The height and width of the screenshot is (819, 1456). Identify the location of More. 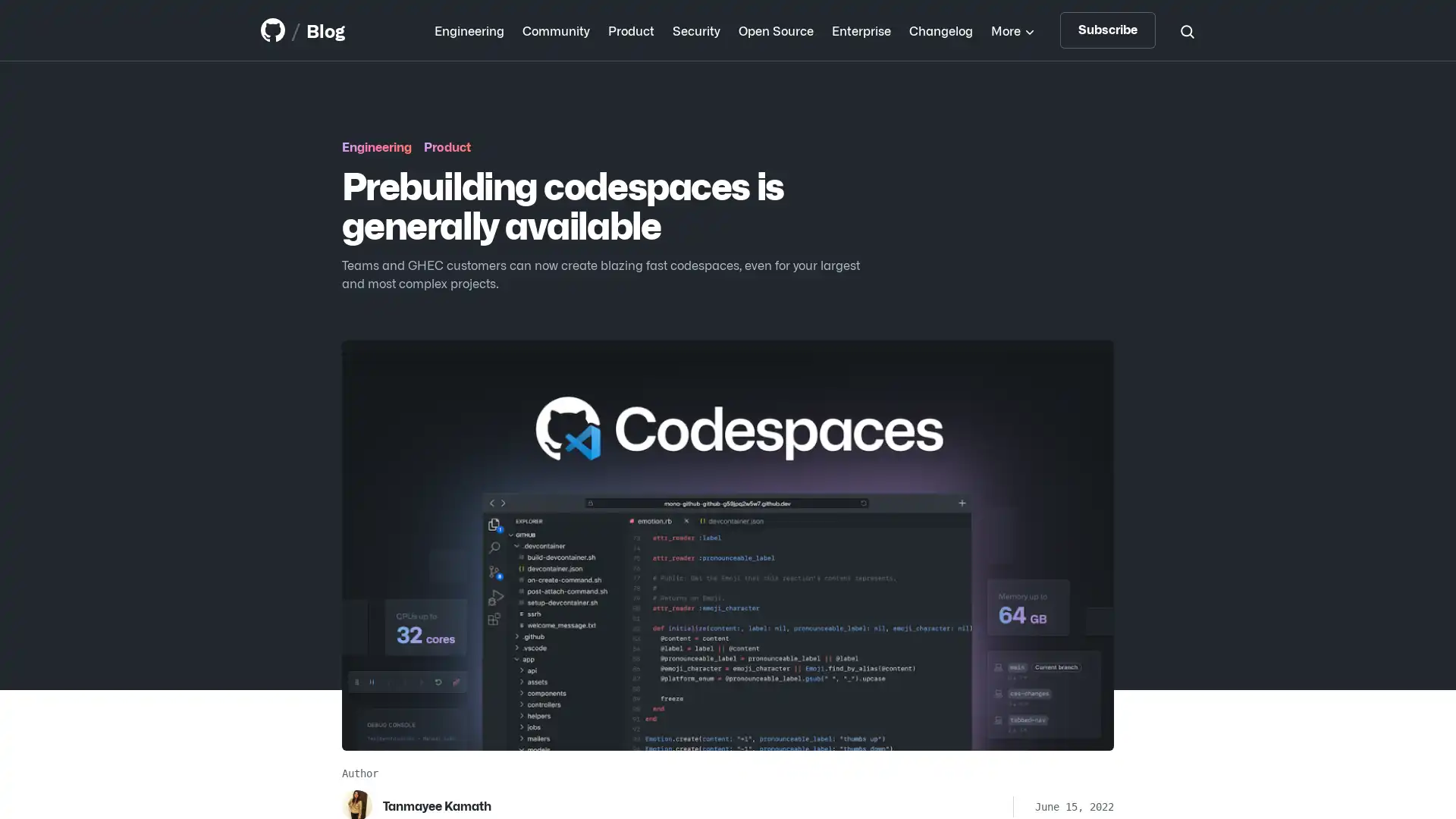
(1013, 29).